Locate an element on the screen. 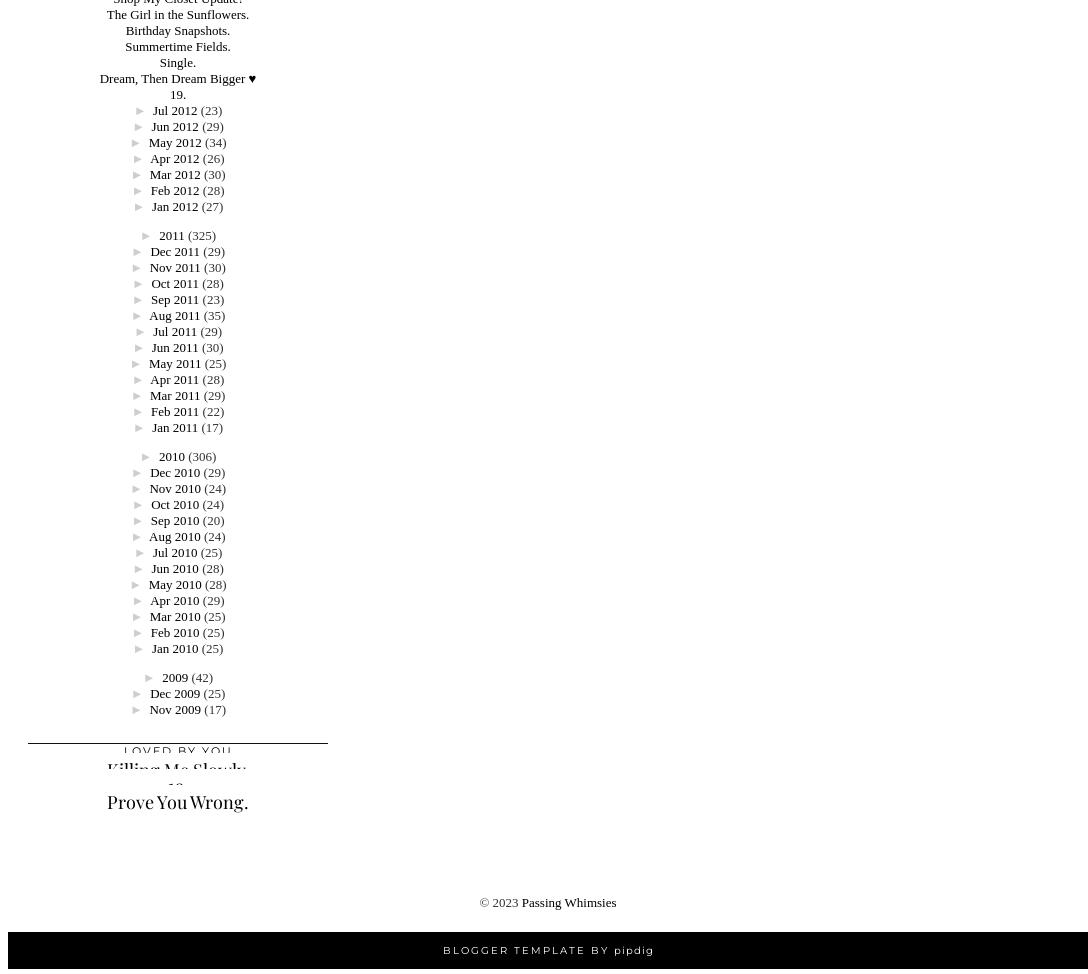 The width and height of the screenshot is (1088, 974). '(26)' is located at coordinates (201, 157).